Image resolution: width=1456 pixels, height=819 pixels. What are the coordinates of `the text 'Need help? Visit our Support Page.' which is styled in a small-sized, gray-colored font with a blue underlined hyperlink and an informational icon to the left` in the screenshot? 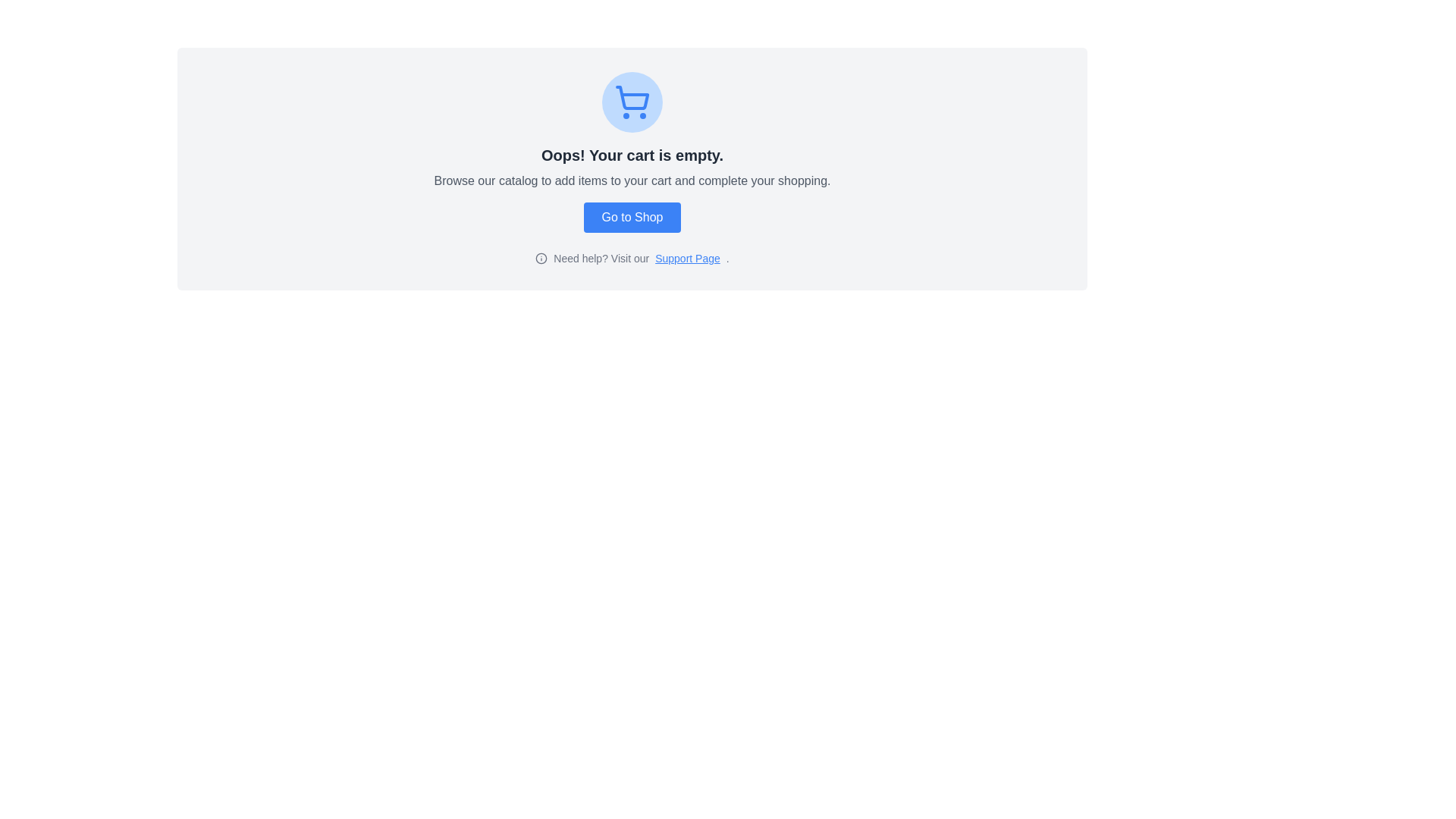 It's located at (632, 257).